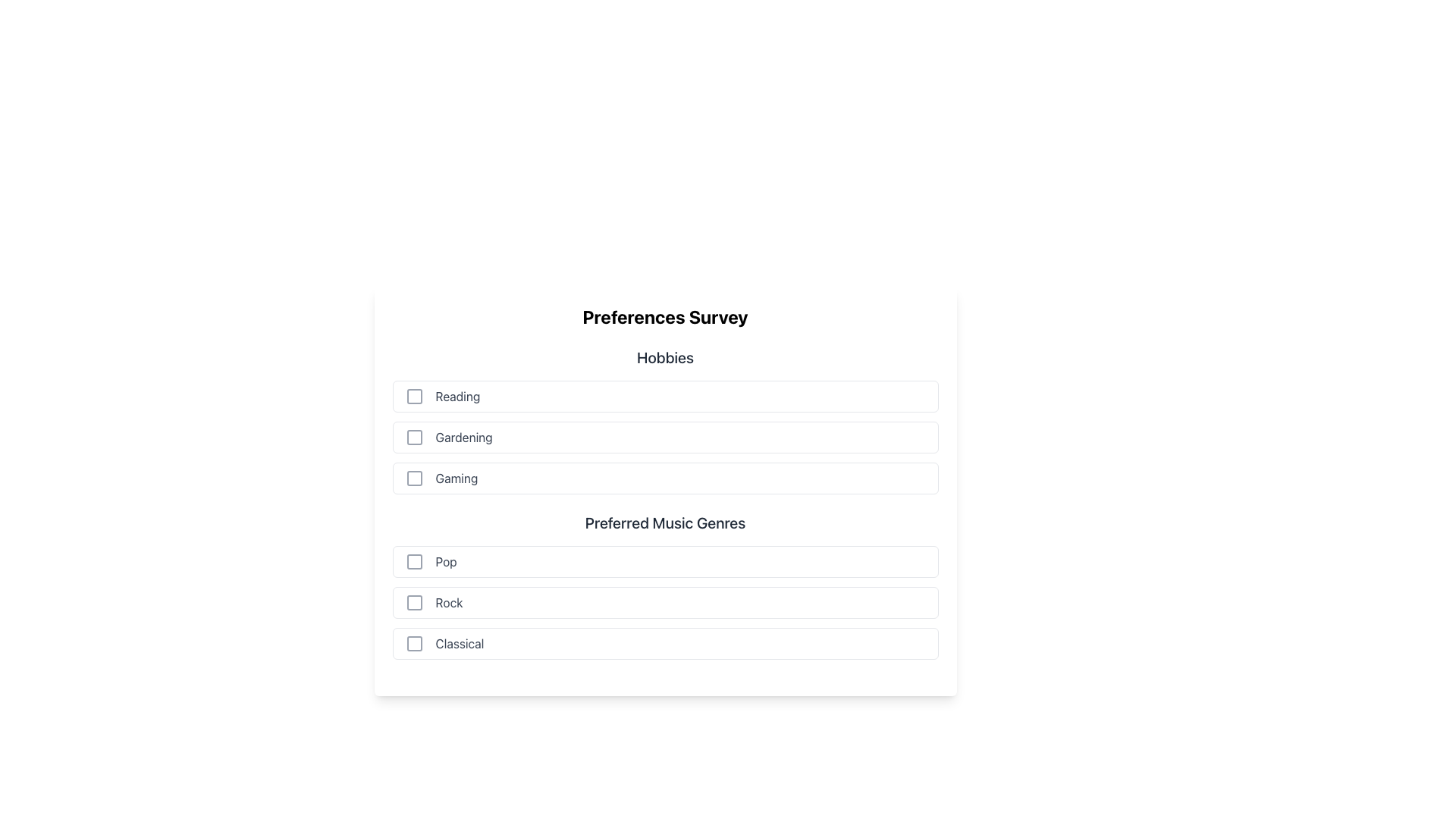  I want to click on the unselected checkbox for the 'Classical' genre in the 'Preferred Music Genres' section, so click(414, 643).